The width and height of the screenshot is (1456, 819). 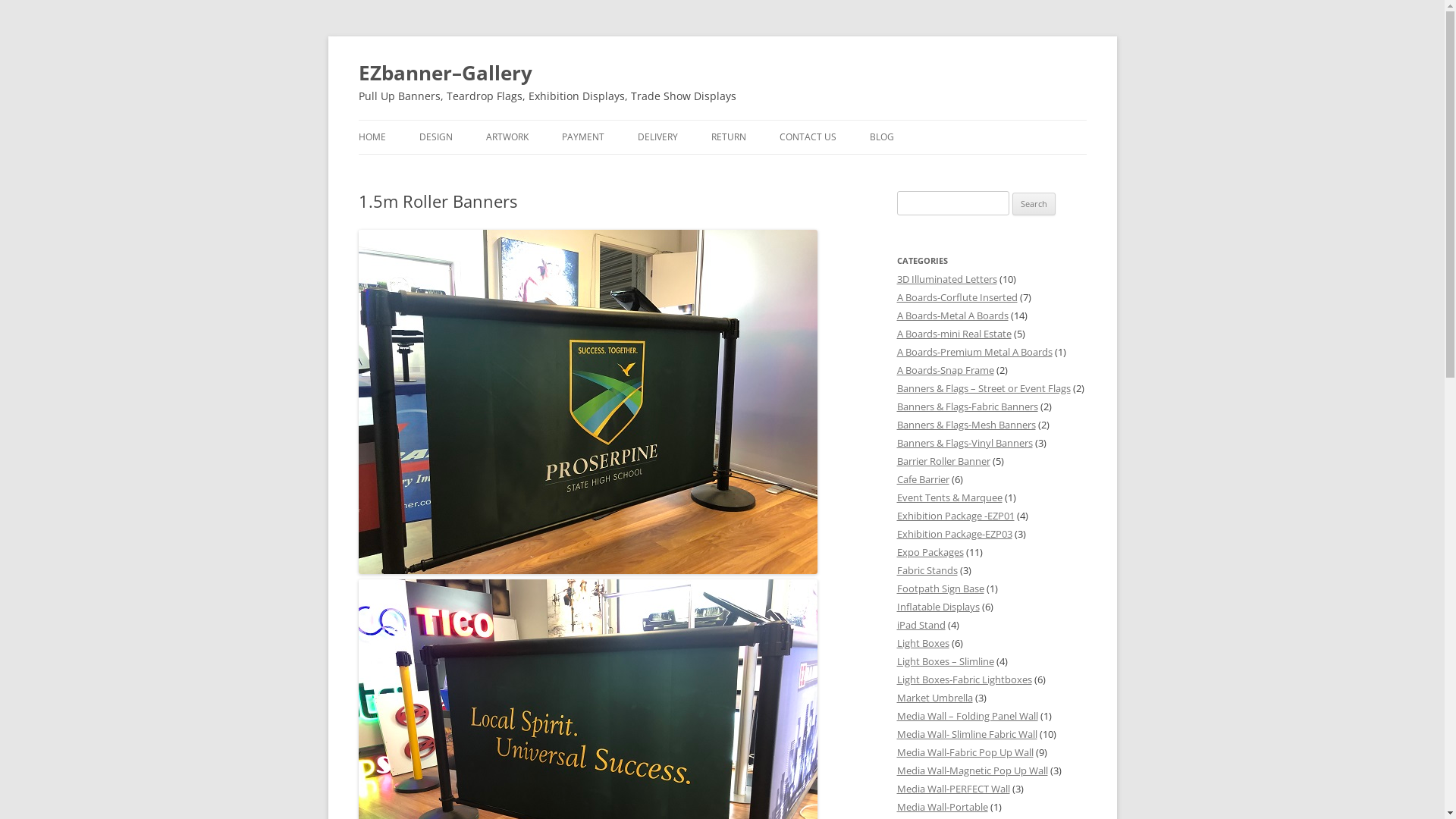 What do you see at coordinates (896, 678) in the screenshot?
I see `'Light Boxes-Fabric Lightboxes'` at bounding box center [896, 678].